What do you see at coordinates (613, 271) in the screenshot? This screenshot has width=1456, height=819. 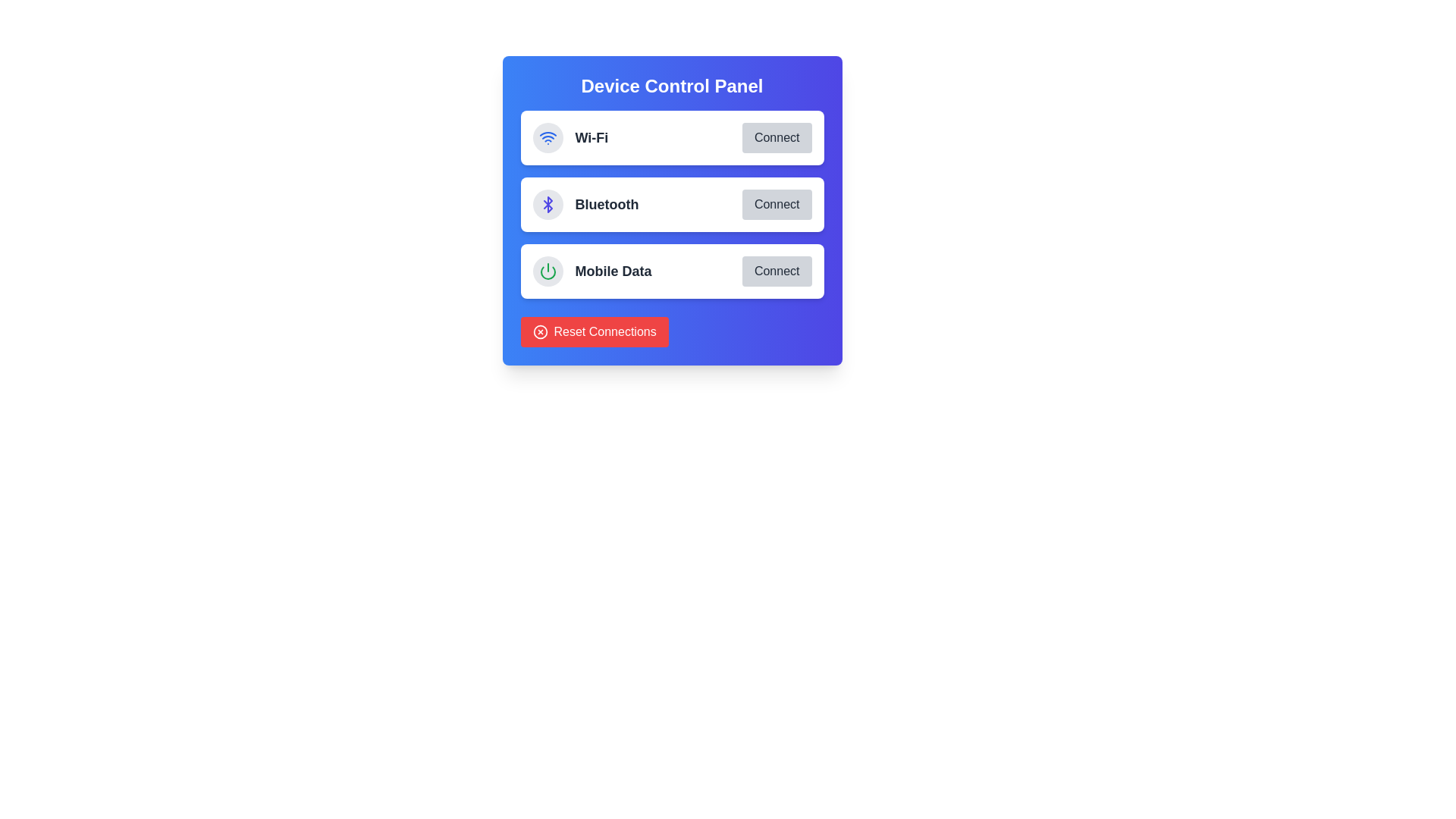 I see `the 'Mobile Data' text label in the control panel, which is located in the third row of options and is immediately to the right of the green power icon` at bounding box center [613, 271].